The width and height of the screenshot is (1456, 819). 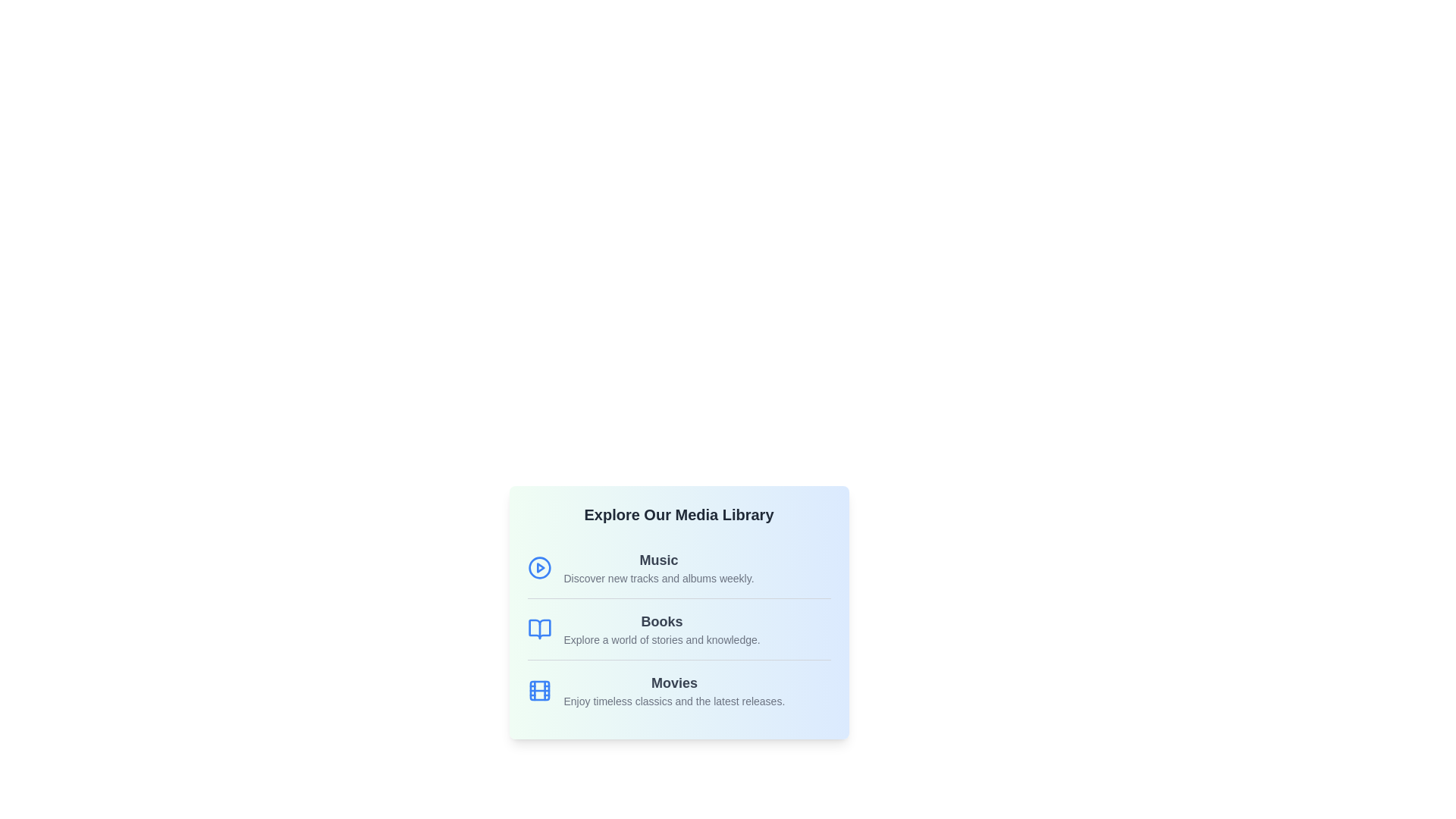 What do you see at coordinates (662, 622) in the screenshot?
I see `the 'Books' category description` at bounding box center [662, 622].